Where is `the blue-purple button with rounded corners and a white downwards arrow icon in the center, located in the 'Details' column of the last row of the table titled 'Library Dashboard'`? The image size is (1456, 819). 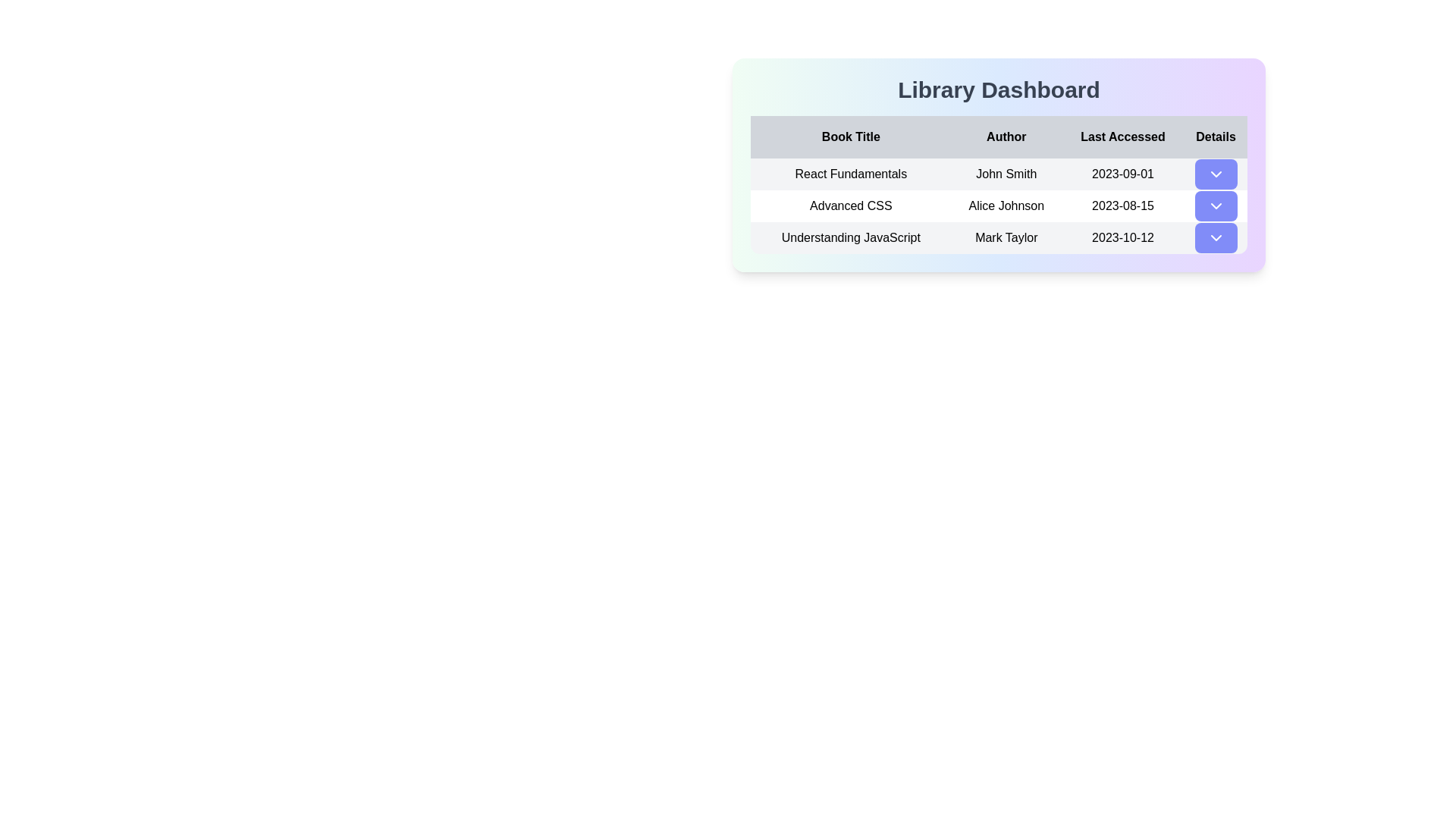 the blue-purple button with rounded corners and a white downwards arrow icon in the center, located in the 'Details' column of the last row of the table titled 'Library Dashboard' is located at coordinates (1216, 237).